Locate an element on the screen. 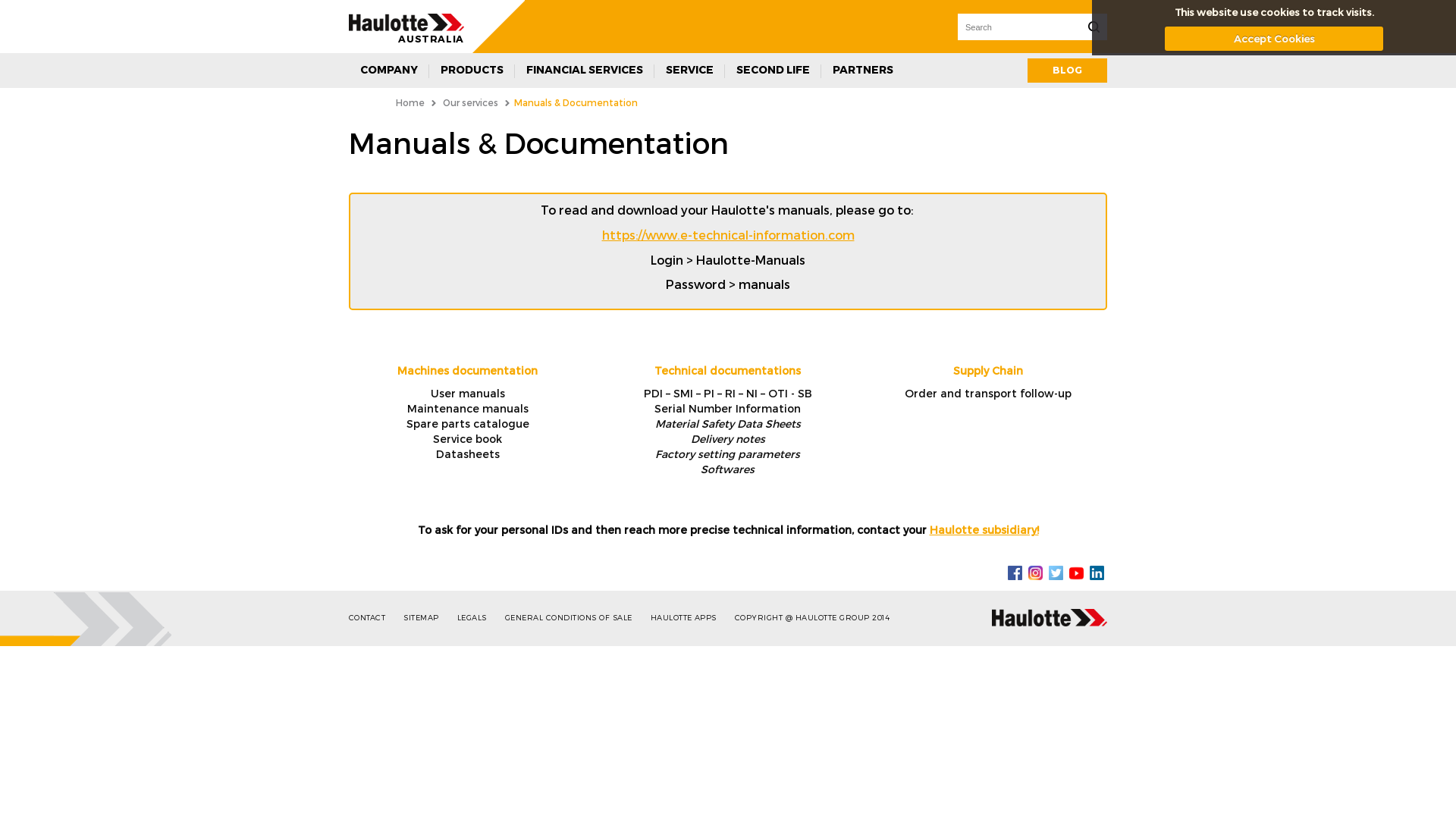  'Our services' is located at coordinates (469, 102).